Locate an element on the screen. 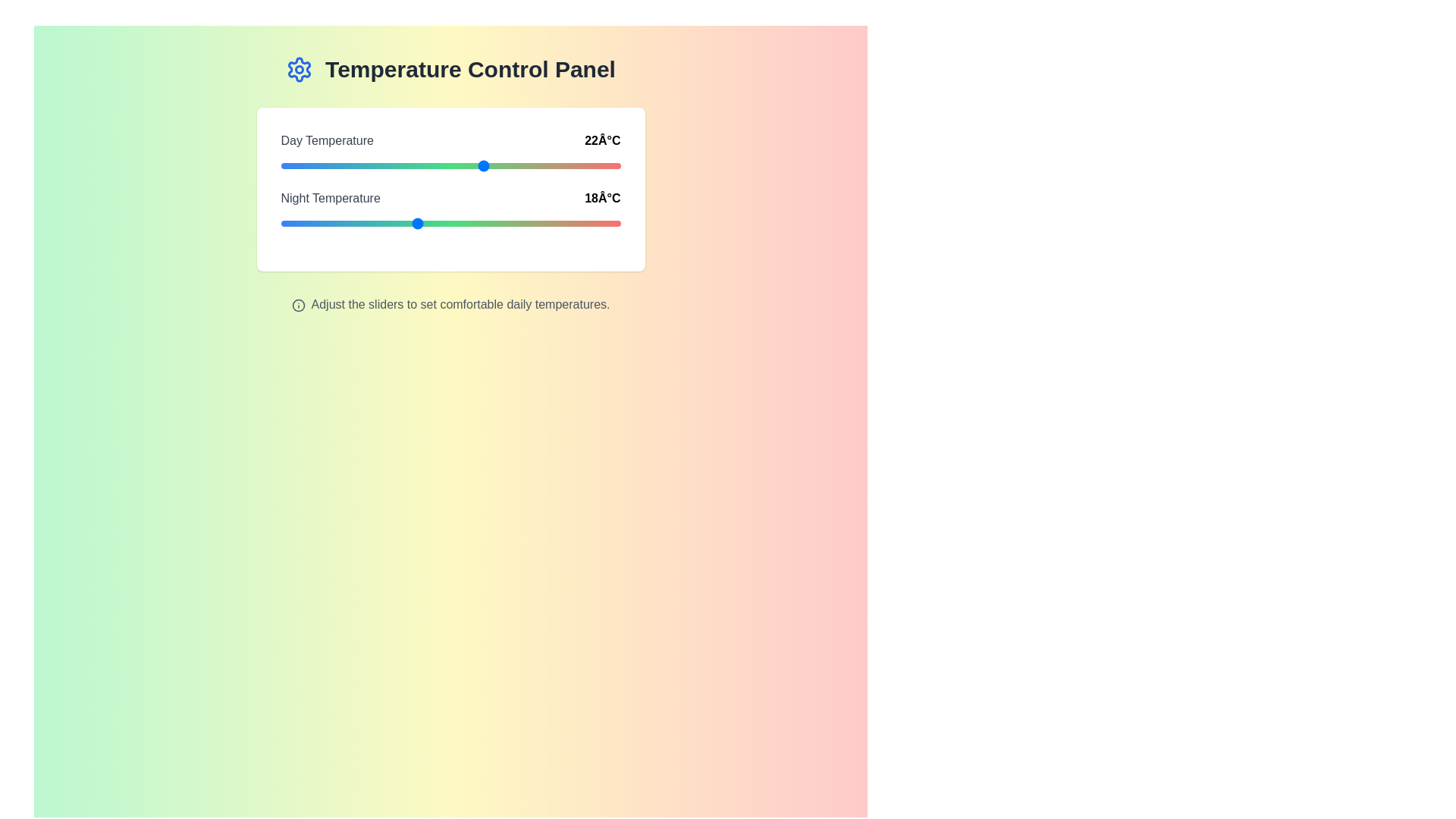 The image size is (1456, 819). the settings icon located at the top-left corner of the component is located at coordinates (300, 70).